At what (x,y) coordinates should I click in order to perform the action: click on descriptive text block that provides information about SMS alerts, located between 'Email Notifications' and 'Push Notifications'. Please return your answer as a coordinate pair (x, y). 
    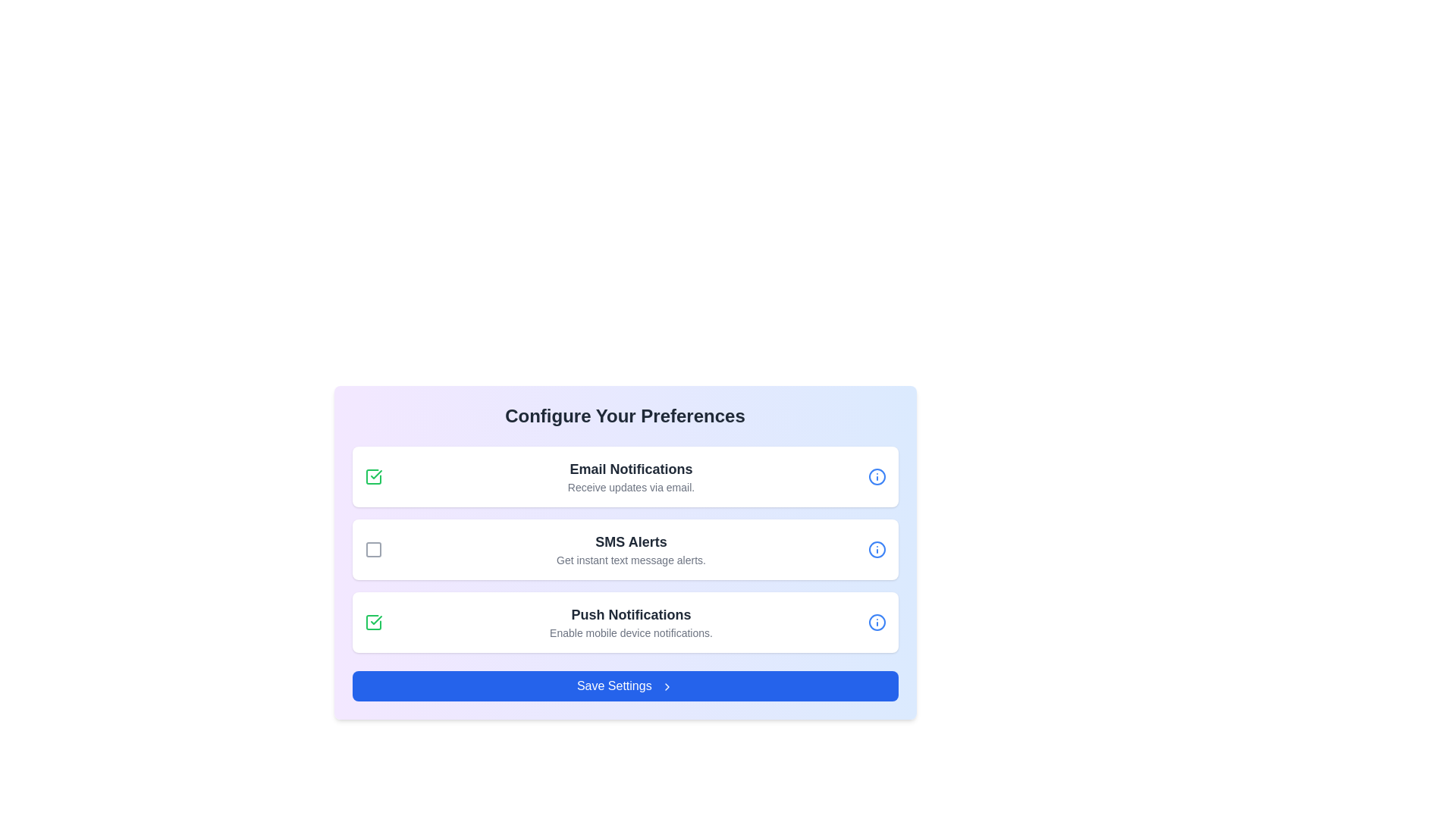
    Looking at the image, I should click on (631, 550).